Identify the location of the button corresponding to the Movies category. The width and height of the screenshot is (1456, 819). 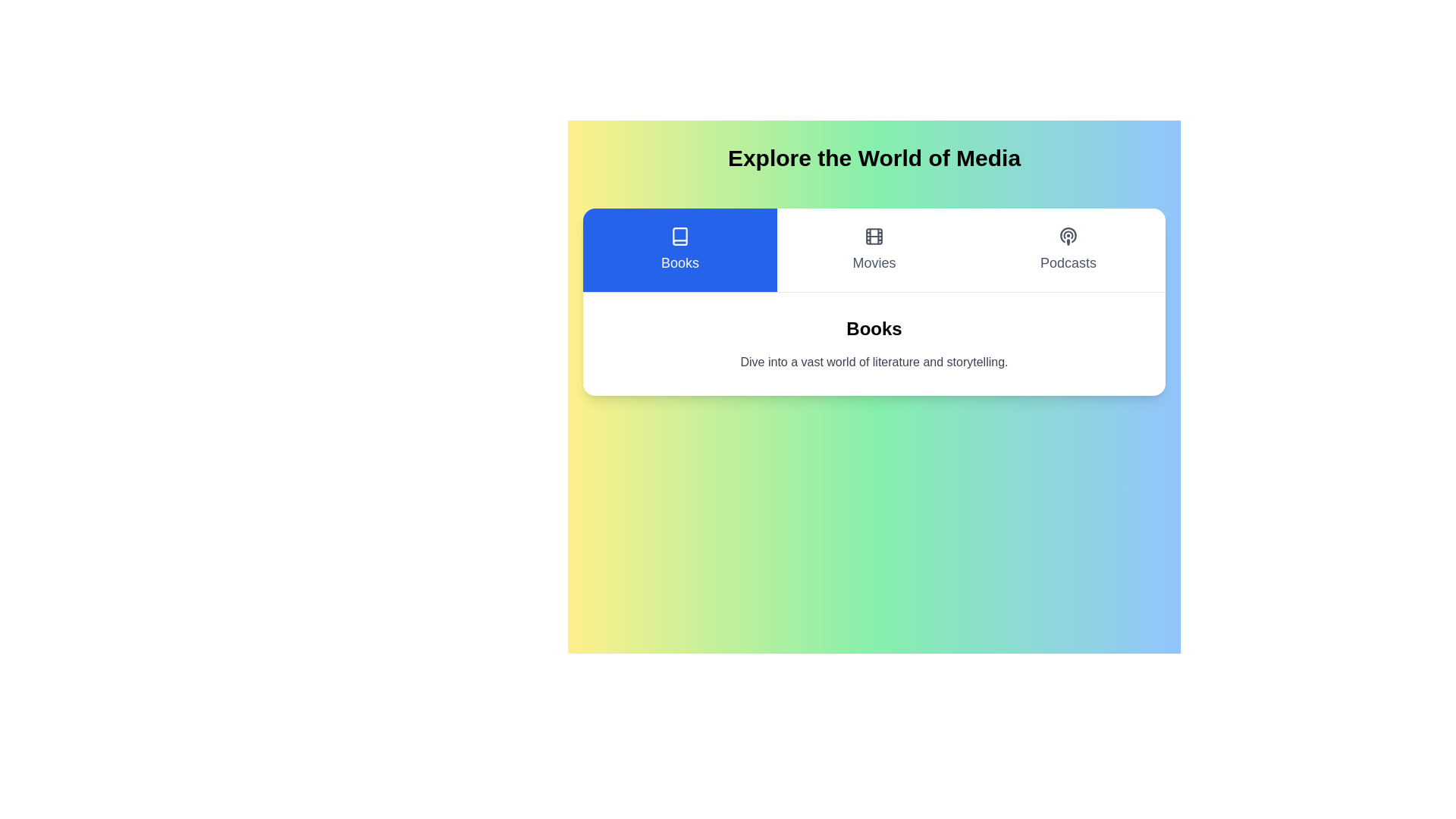
(874, 249).